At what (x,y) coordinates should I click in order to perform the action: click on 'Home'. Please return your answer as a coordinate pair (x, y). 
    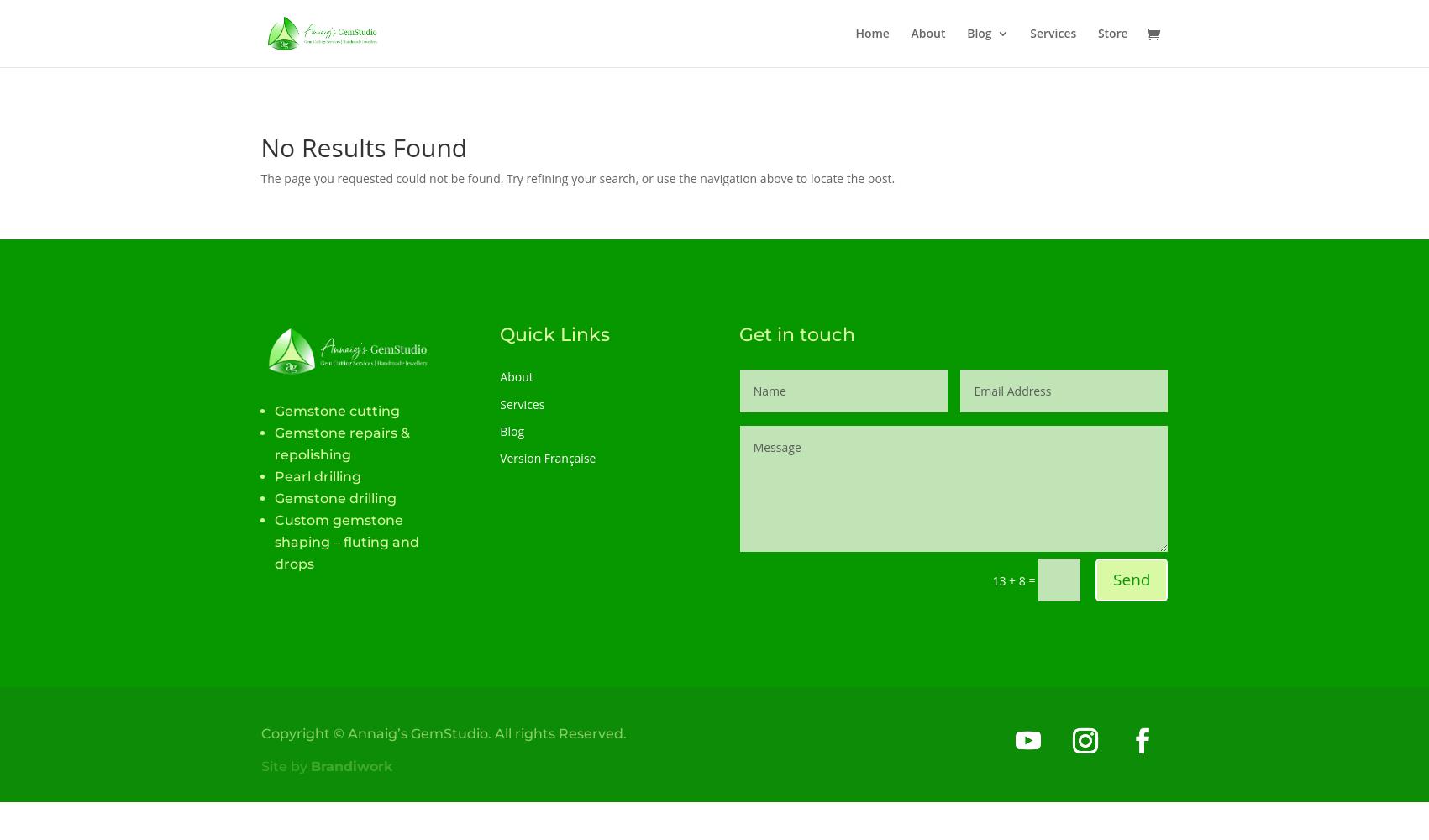
    Looking at the image, I should click on (855, 33).